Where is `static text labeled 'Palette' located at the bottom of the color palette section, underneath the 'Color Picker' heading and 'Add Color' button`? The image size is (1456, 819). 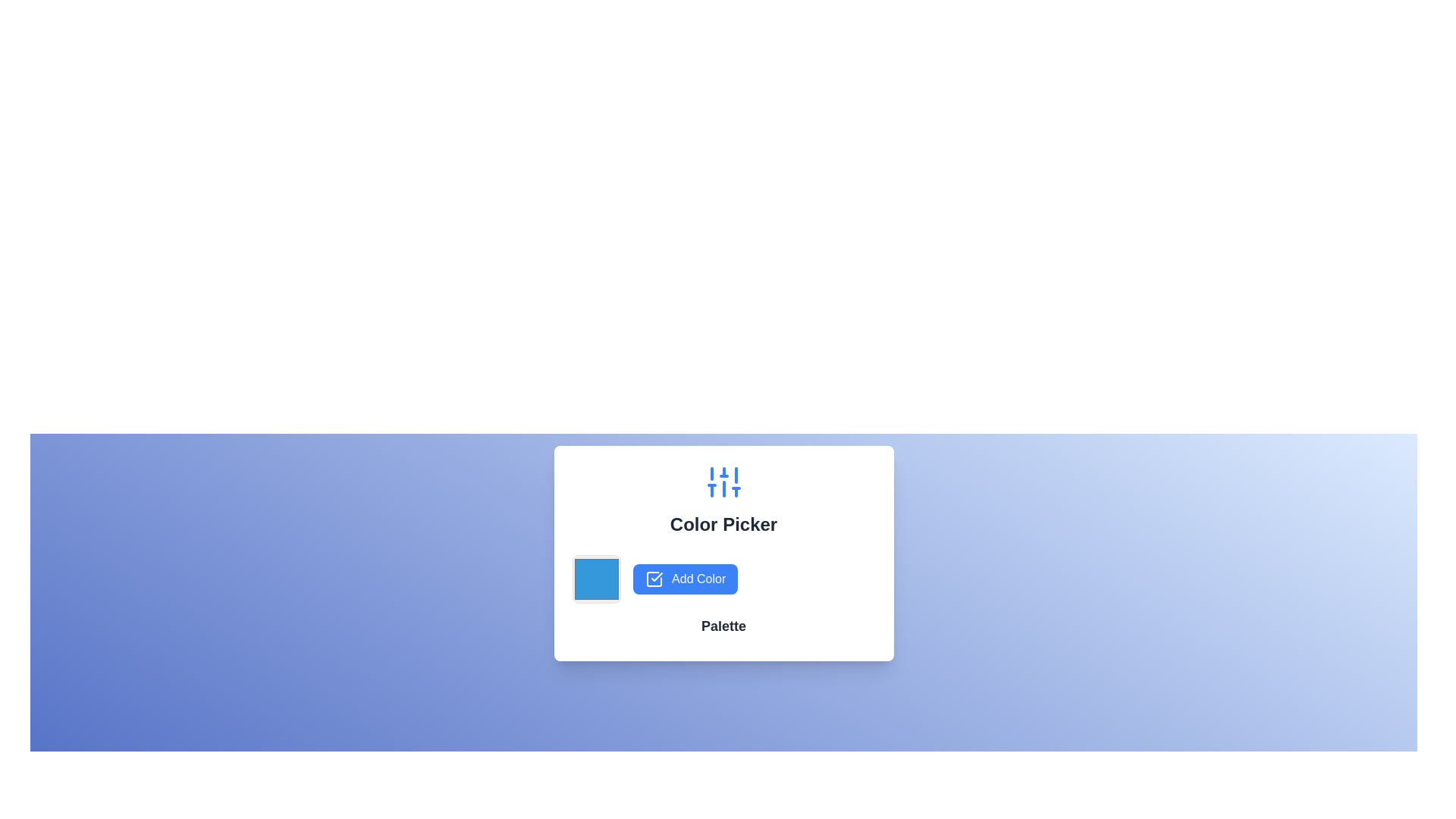 static text labeled 'Palette' located at the bottom of the color palette section, underneath the 'Color Picker' heading and 'Add Color' button is located at coordinates (723, 626).